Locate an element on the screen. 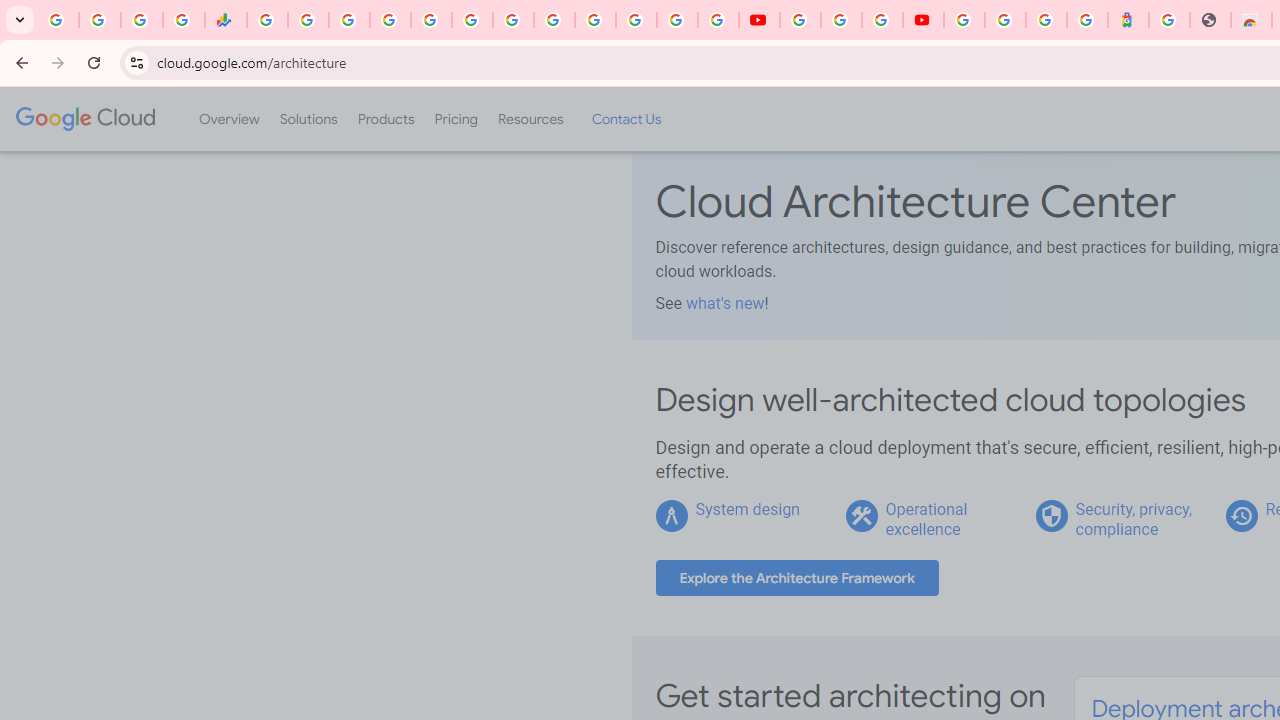  'Solutions' is located at coordinates (307, 119).